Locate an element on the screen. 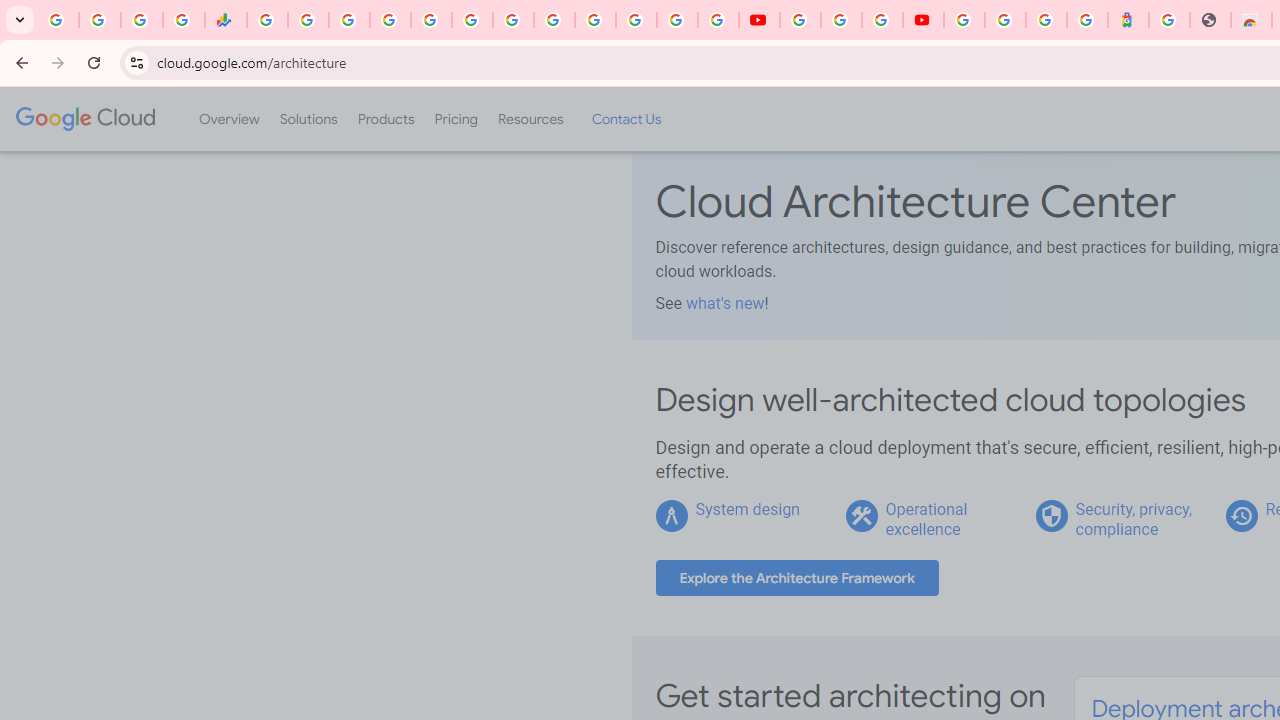  'Solutions' is located at coordinates (307, 119).